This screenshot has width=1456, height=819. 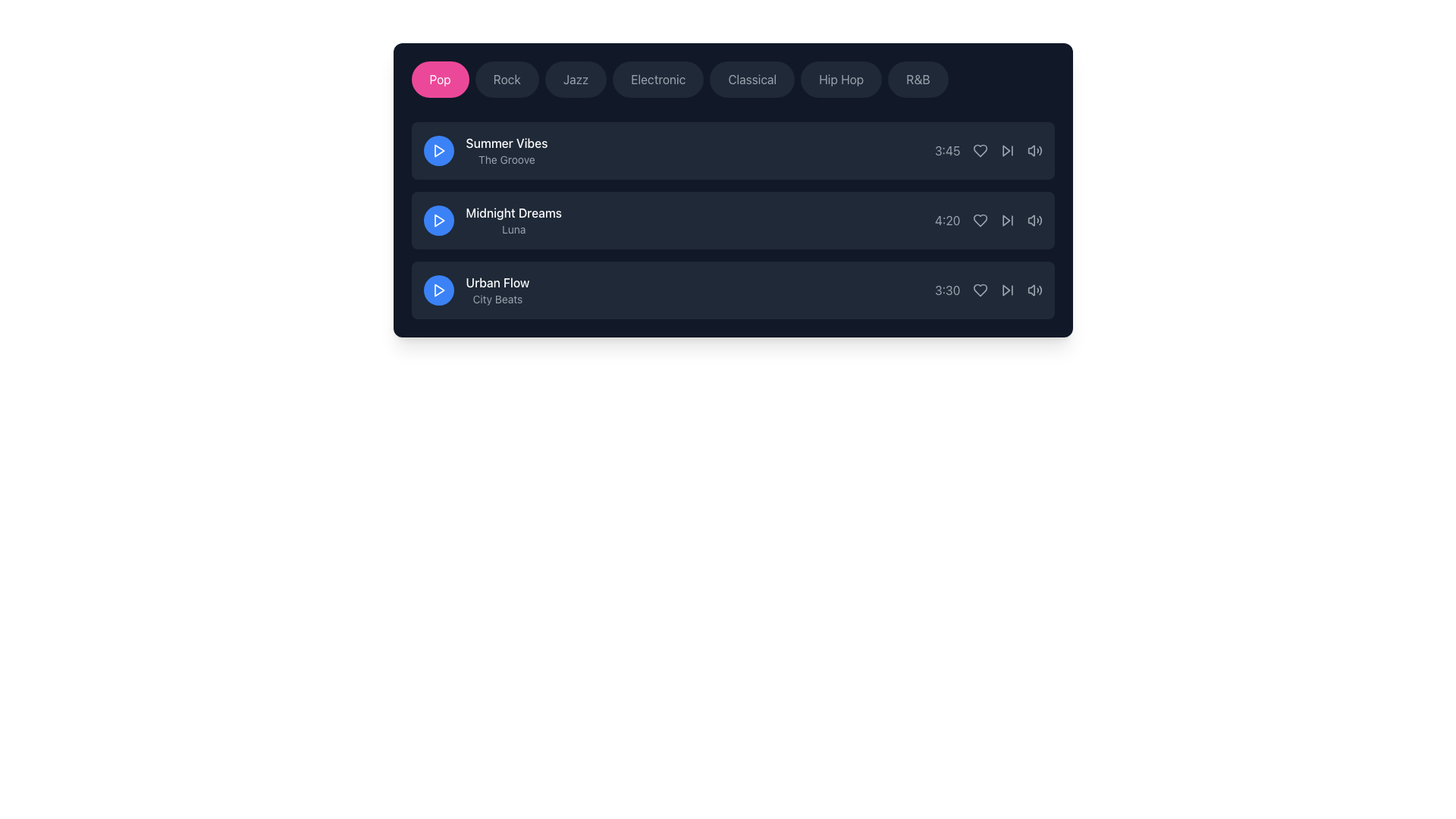 I want to click on the triangular play icon within the blue circular button next to the first music track titled 'Summer Vibes' for advanced interactions, so click(x=438, y=151).